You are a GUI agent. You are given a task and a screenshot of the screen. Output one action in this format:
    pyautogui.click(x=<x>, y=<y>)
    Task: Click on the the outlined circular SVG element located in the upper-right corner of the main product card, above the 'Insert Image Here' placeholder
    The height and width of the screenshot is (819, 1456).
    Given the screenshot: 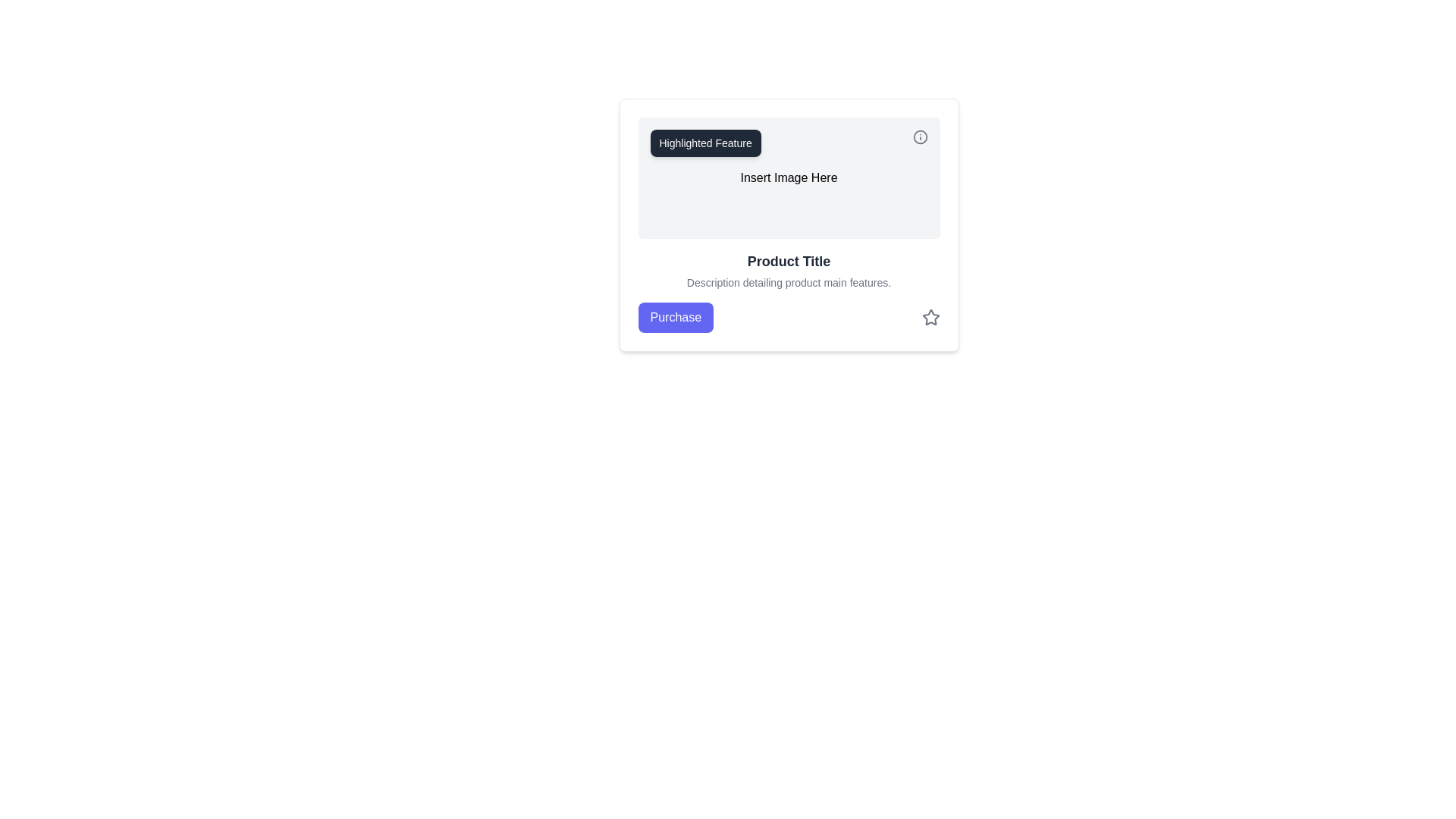 What is the action you would take?
    pyautogui.click(x=919, y=137)
    